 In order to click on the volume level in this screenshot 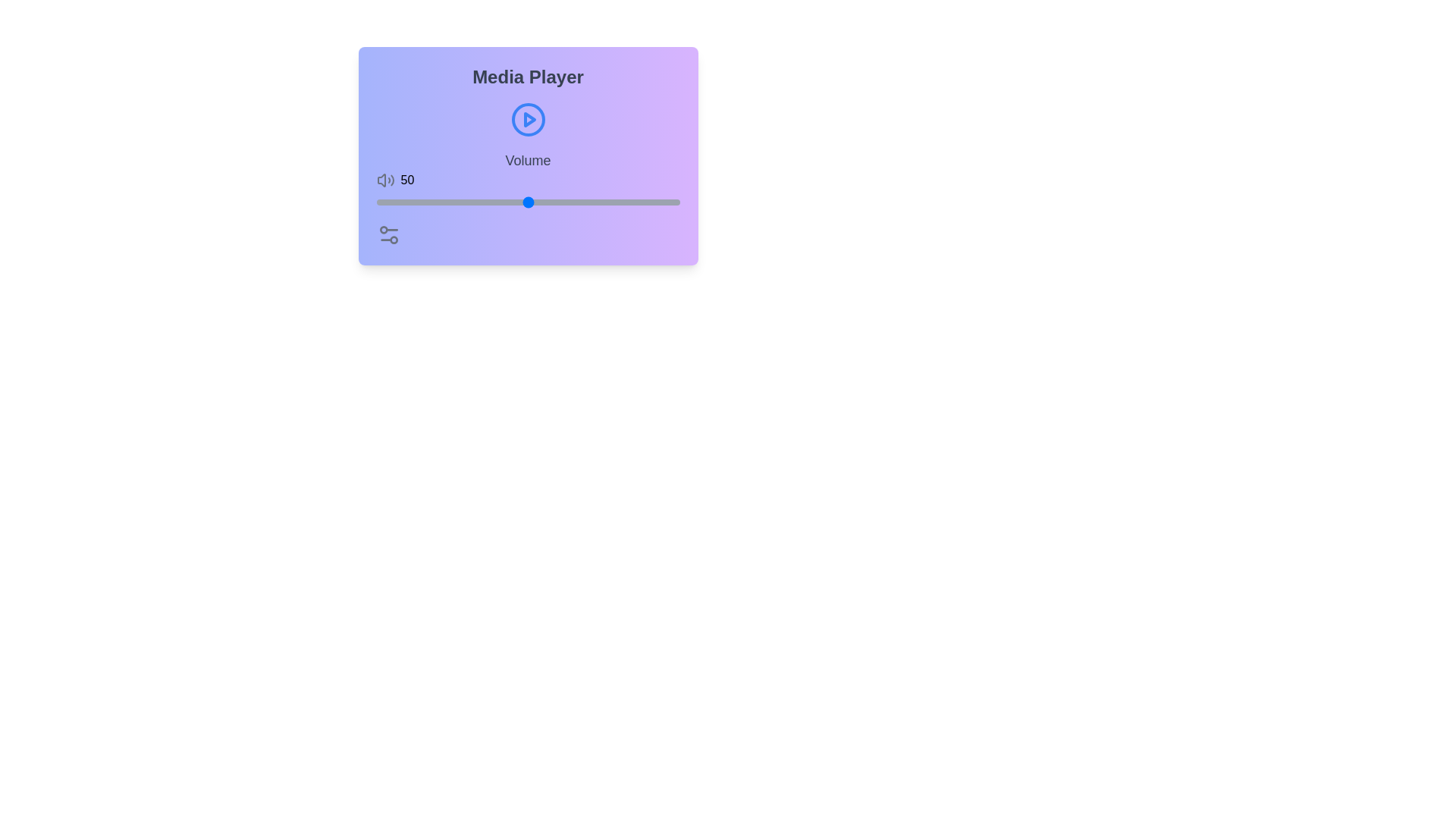, I will do `click(413, 201)`.